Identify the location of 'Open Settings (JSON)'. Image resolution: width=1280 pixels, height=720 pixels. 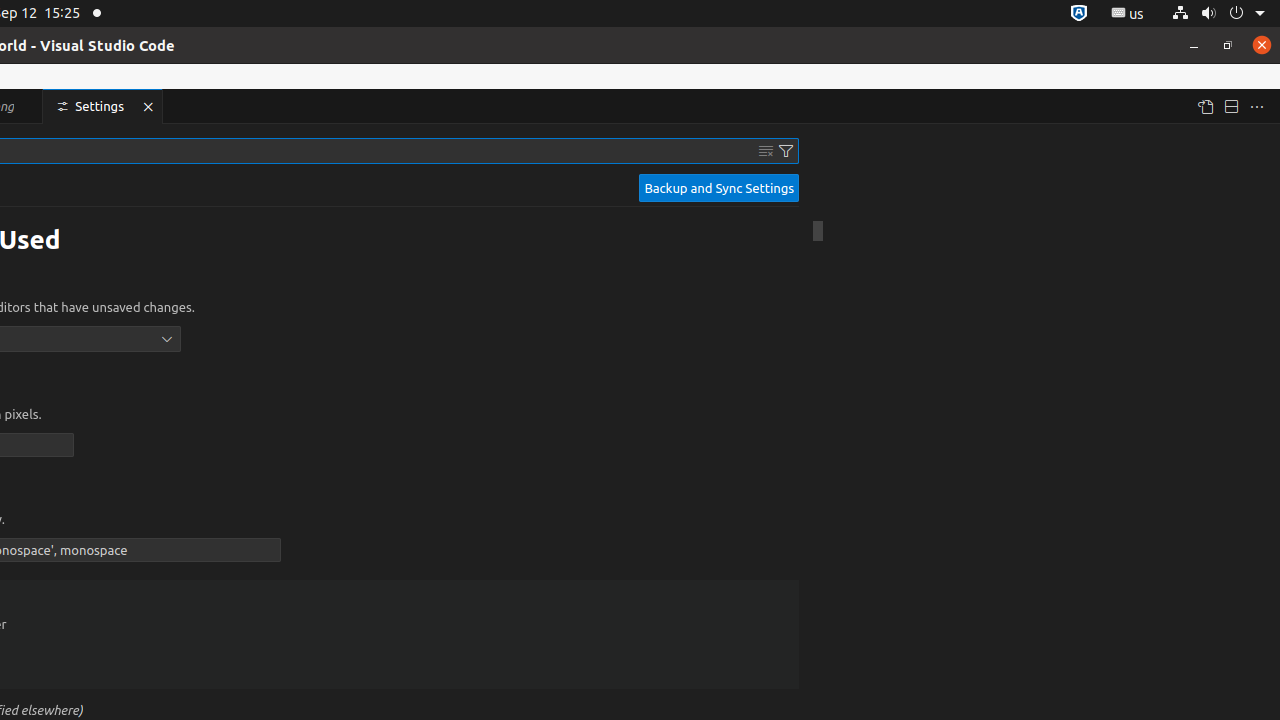
(1203, 106).